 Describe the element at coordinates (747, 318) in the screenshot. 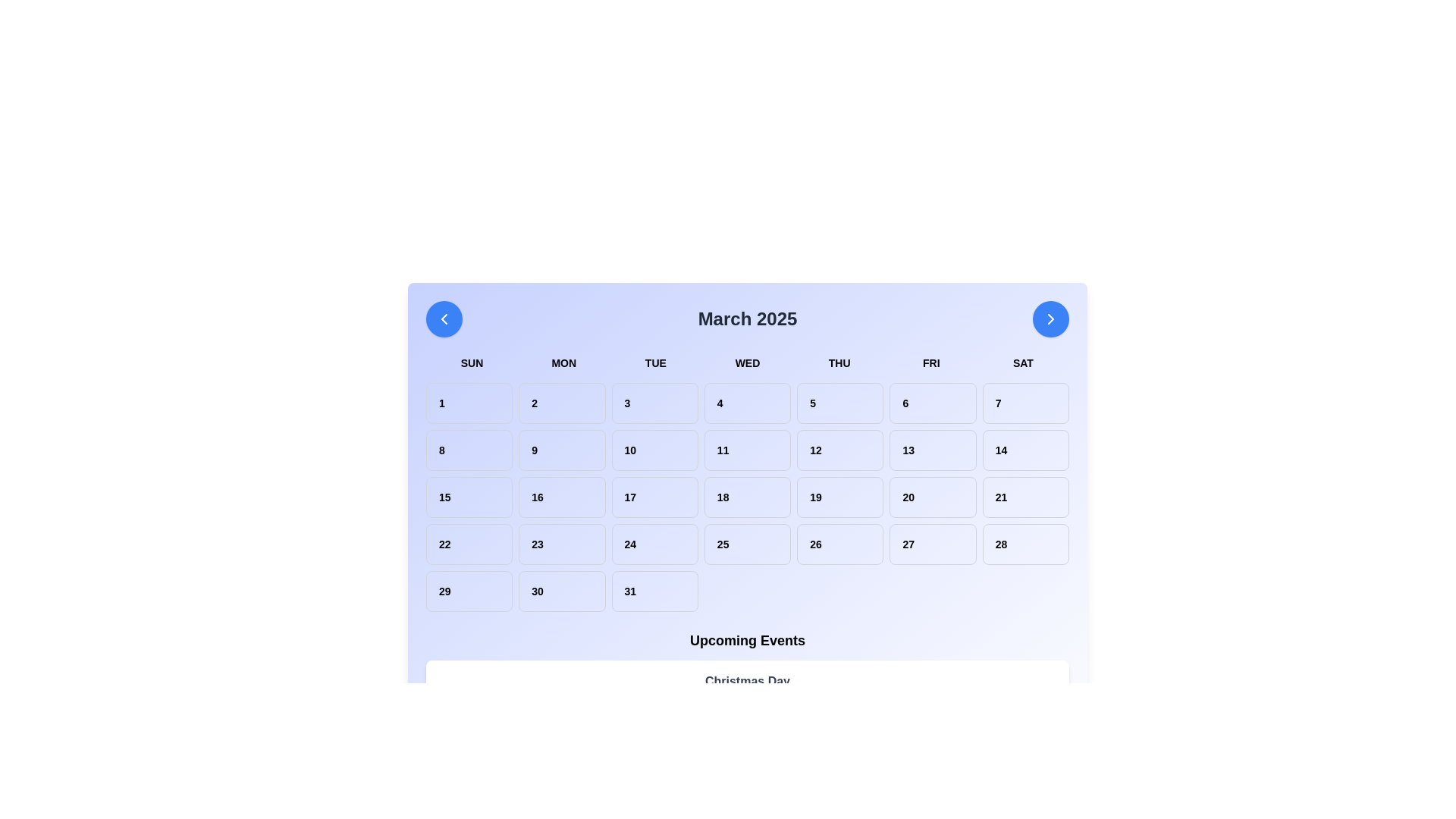

I see `the header title text displaying 'March 2025' which is bold and centered within a blue to white gradient background above the calendar layout` at that location.